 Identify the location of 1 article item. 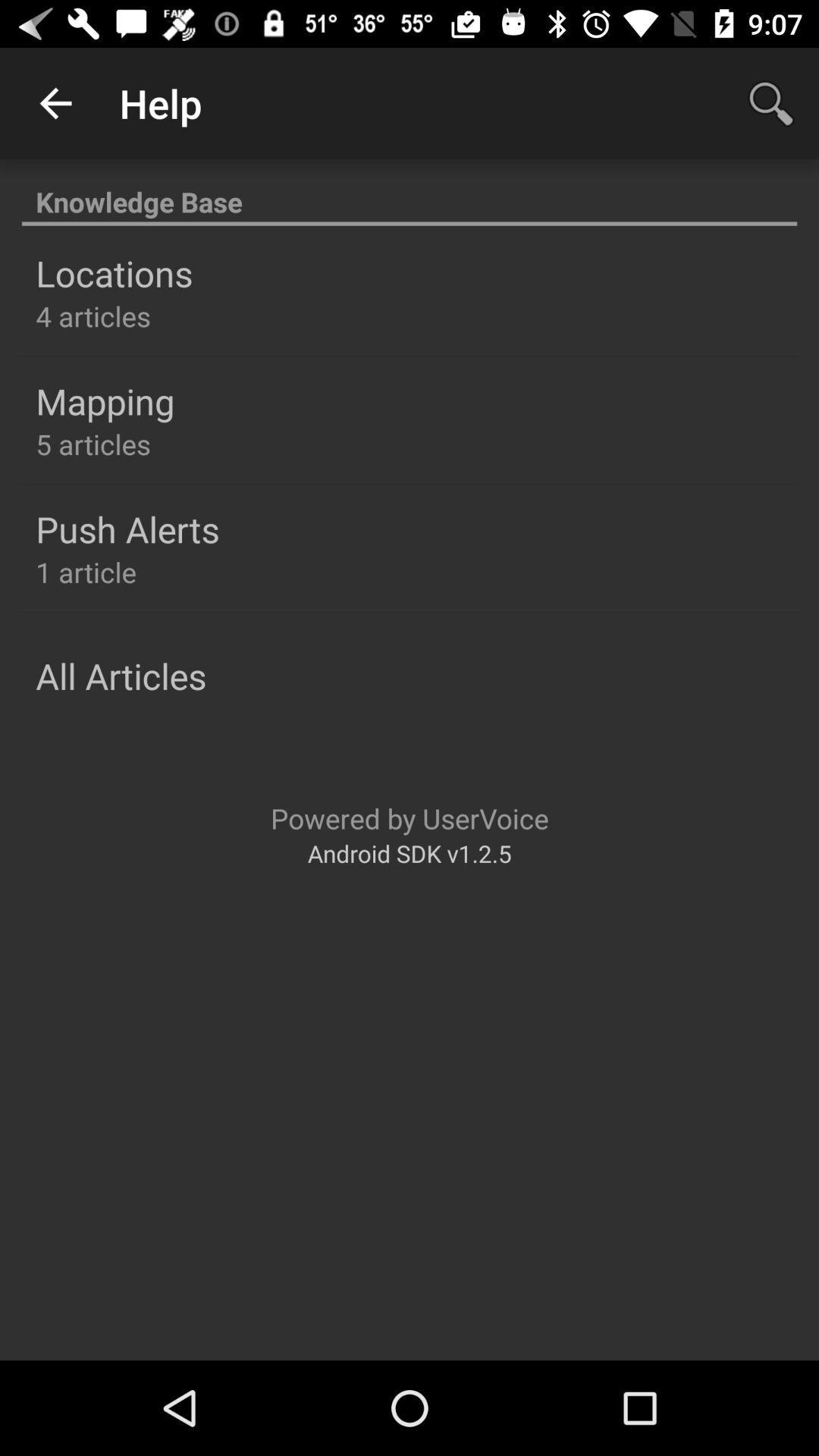
(86, 571).